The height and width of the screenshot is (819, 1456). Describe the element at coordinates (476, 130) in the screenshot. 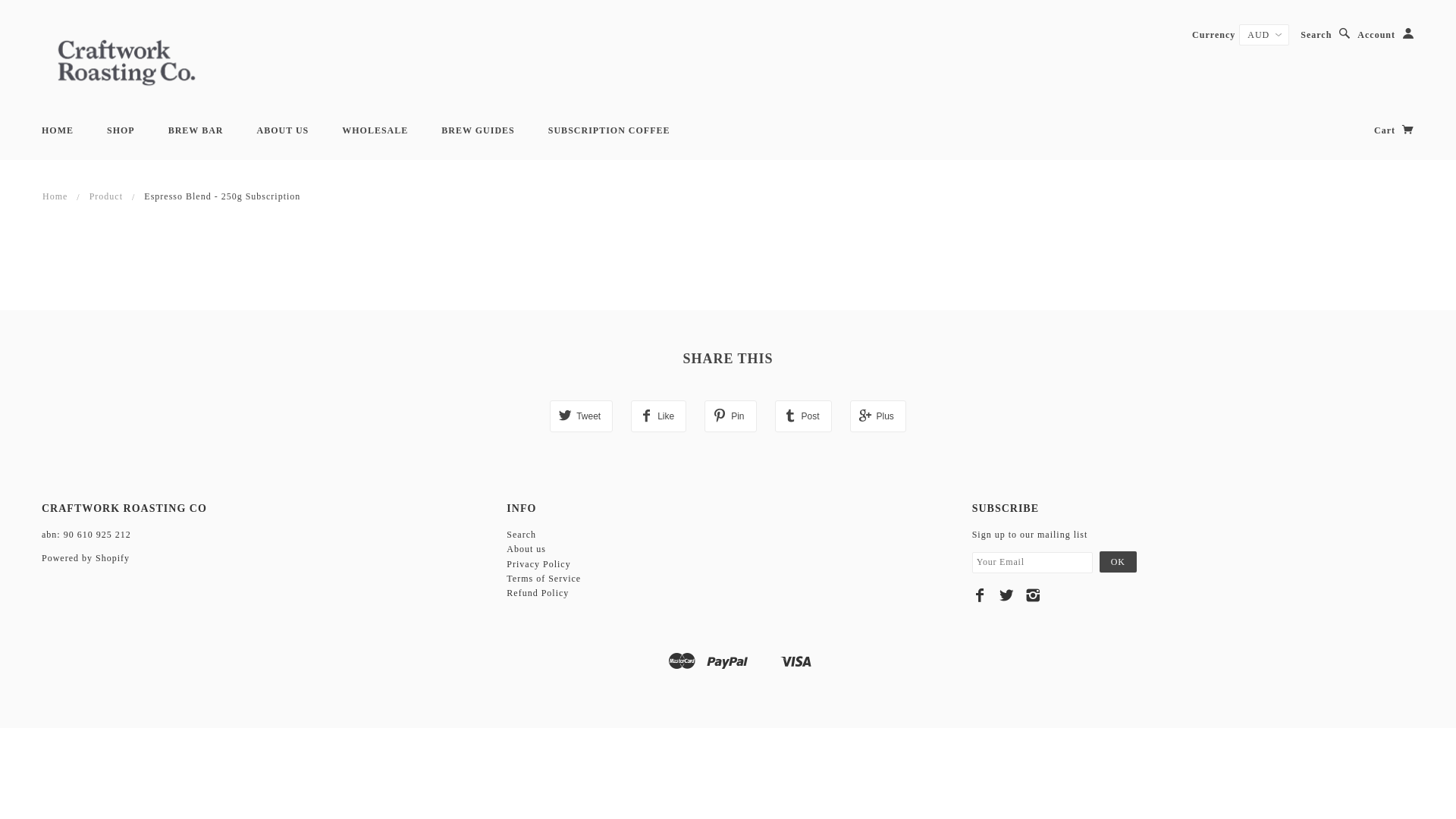

I see `'BREW GUIDES'` at that location.